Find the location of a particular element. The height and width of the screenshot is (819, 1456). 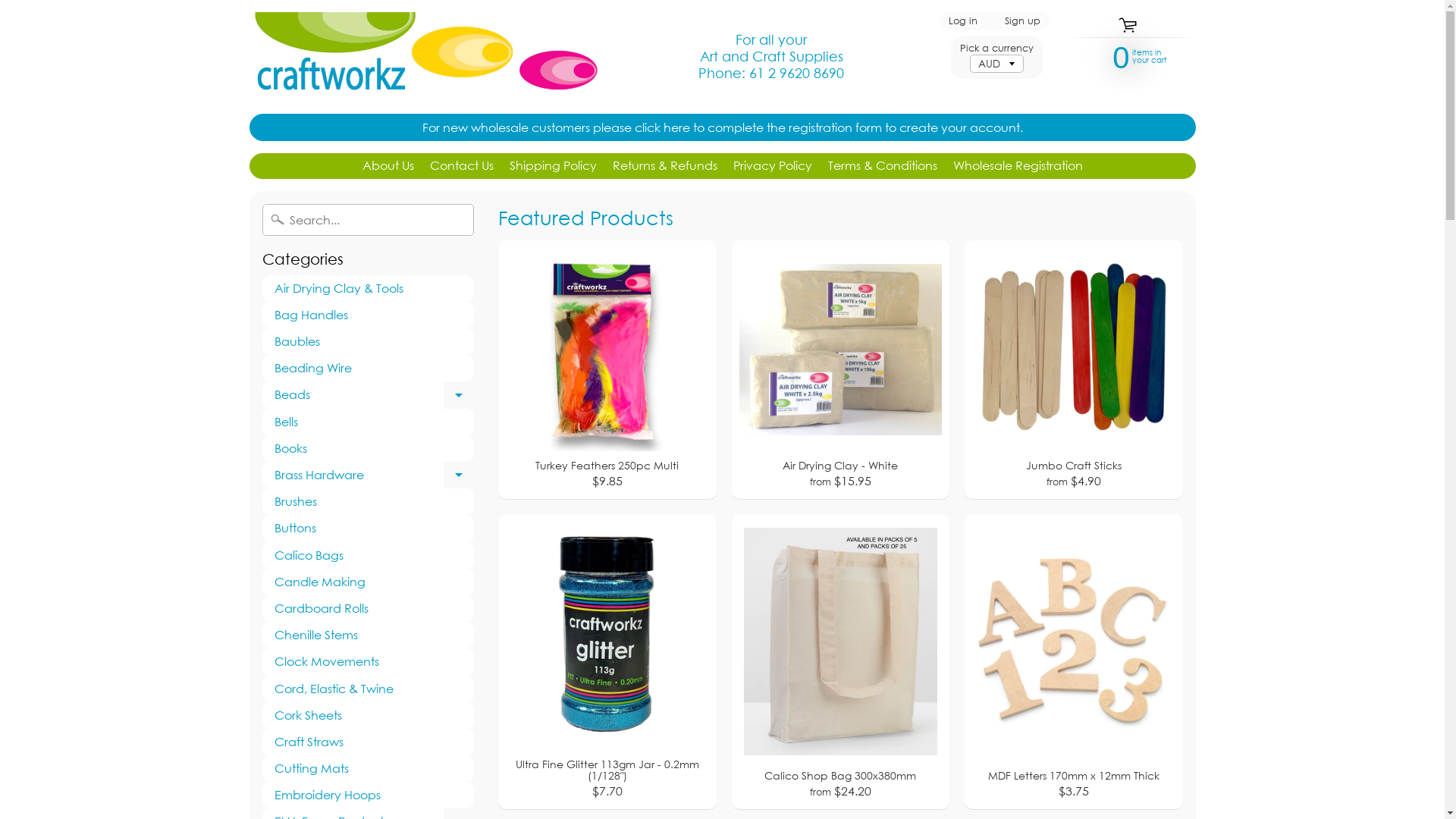

'Cord, Elastic & Twine' is located at coordinates (368, 688).